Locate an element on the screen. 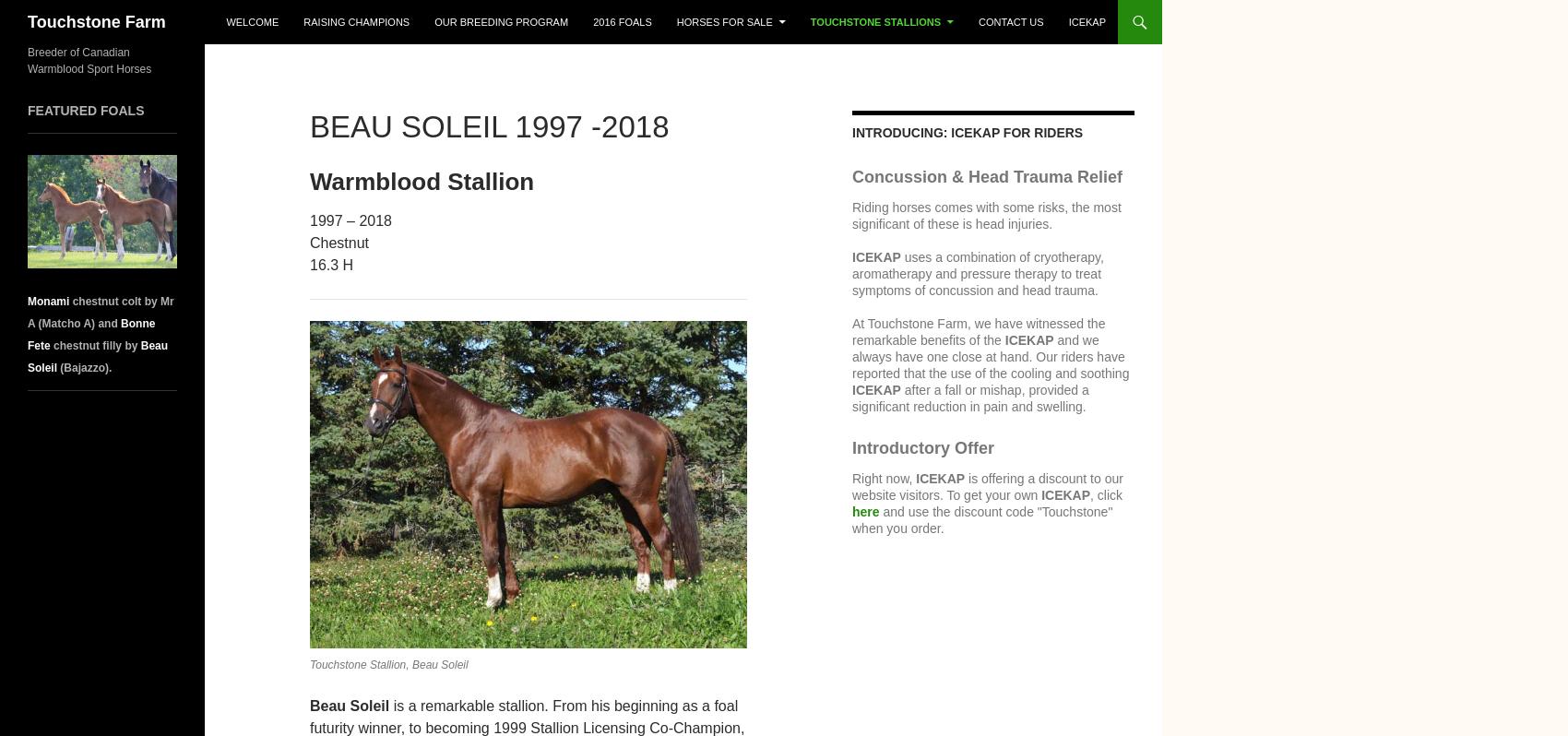  'Warmblood Stallion' is located at coordinates (422, 181).